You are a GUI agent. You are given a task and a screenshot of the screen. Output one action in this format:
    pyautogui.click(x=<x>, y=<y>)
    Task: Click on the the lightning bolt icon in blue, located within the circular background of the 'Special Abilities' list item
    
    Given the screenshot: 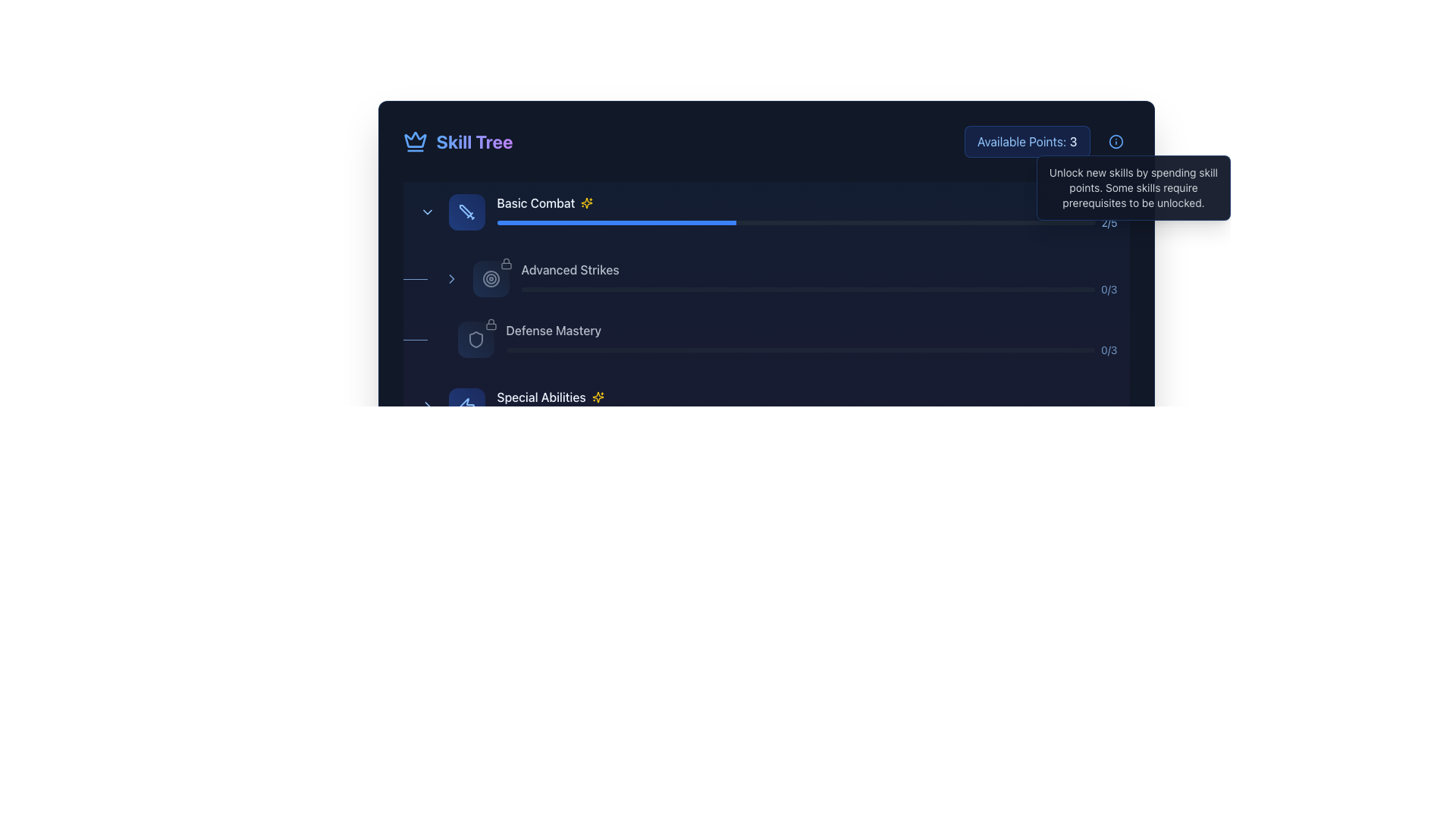 What is the action you would take?
    pyautogui.click(x=466, y=406)
    